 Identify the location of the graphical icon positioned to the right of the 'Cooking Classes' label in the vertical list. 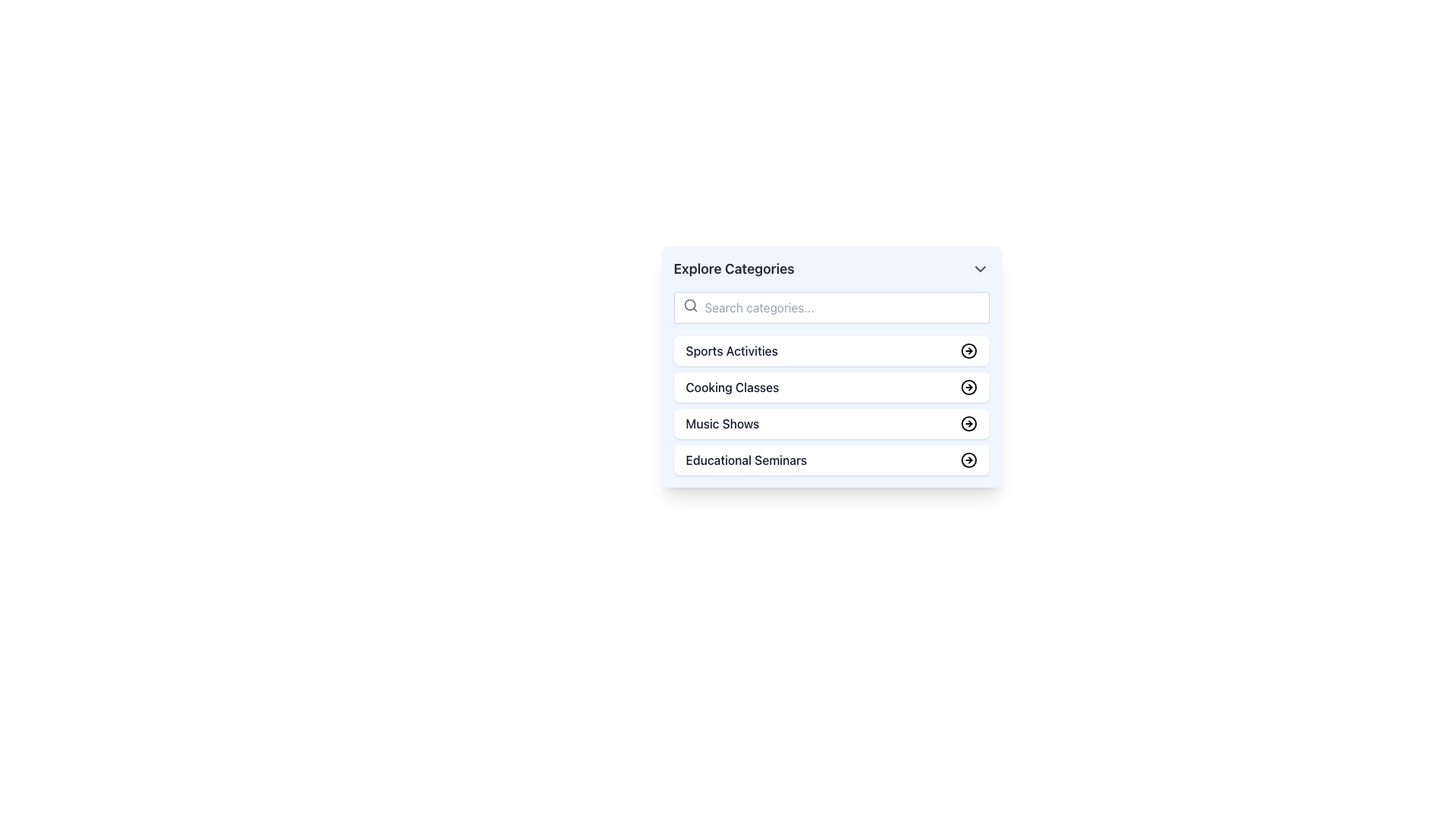
(968, 386).